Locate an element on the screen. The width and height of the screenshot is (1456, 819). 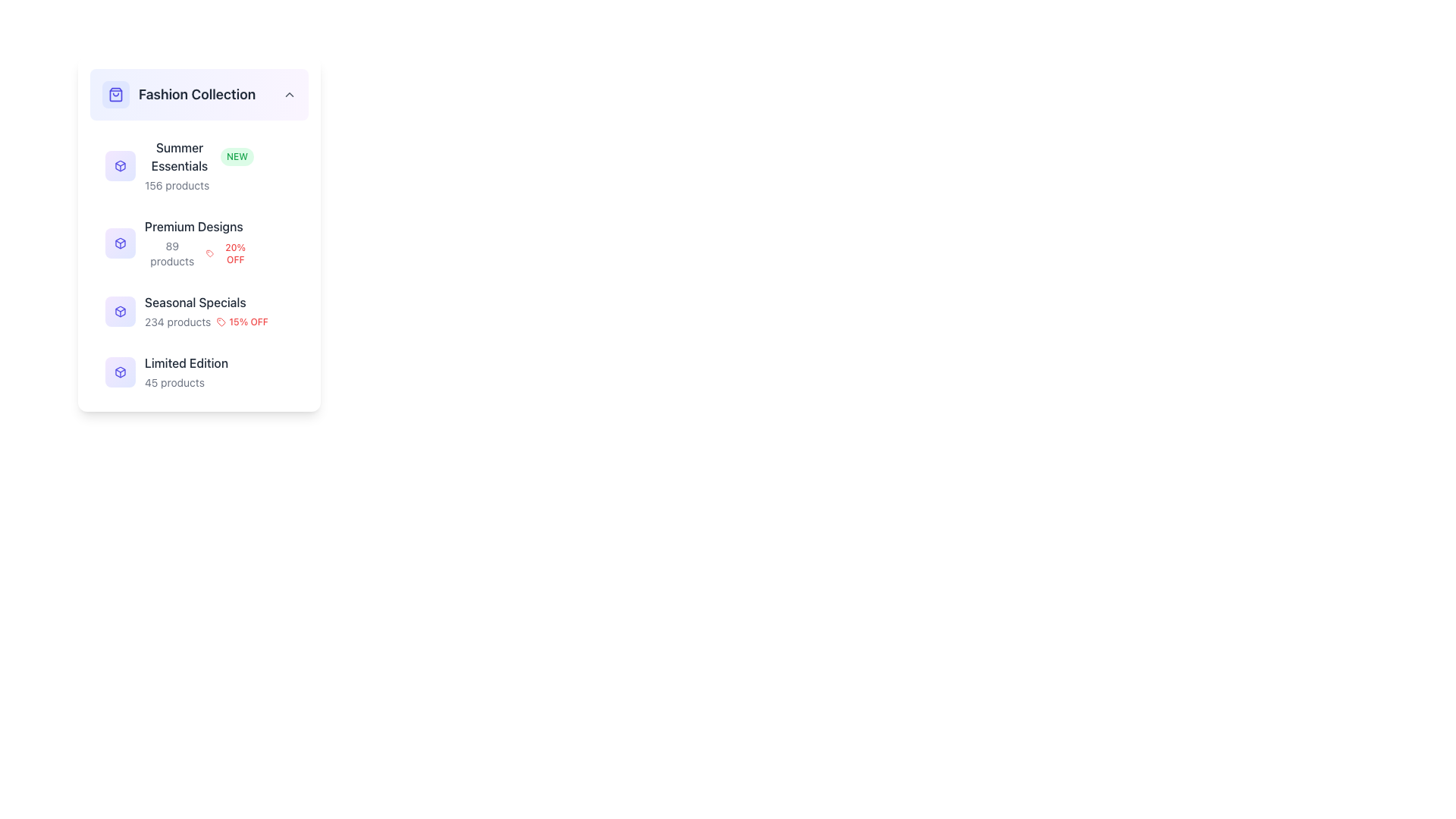
displayed information from the 'Limited Edition' text label, which indicates the number of products available in this category, located below 'Seasonal Specials' in the vertical list under 'Fashion Collection' is located at coordinates (199, 372).